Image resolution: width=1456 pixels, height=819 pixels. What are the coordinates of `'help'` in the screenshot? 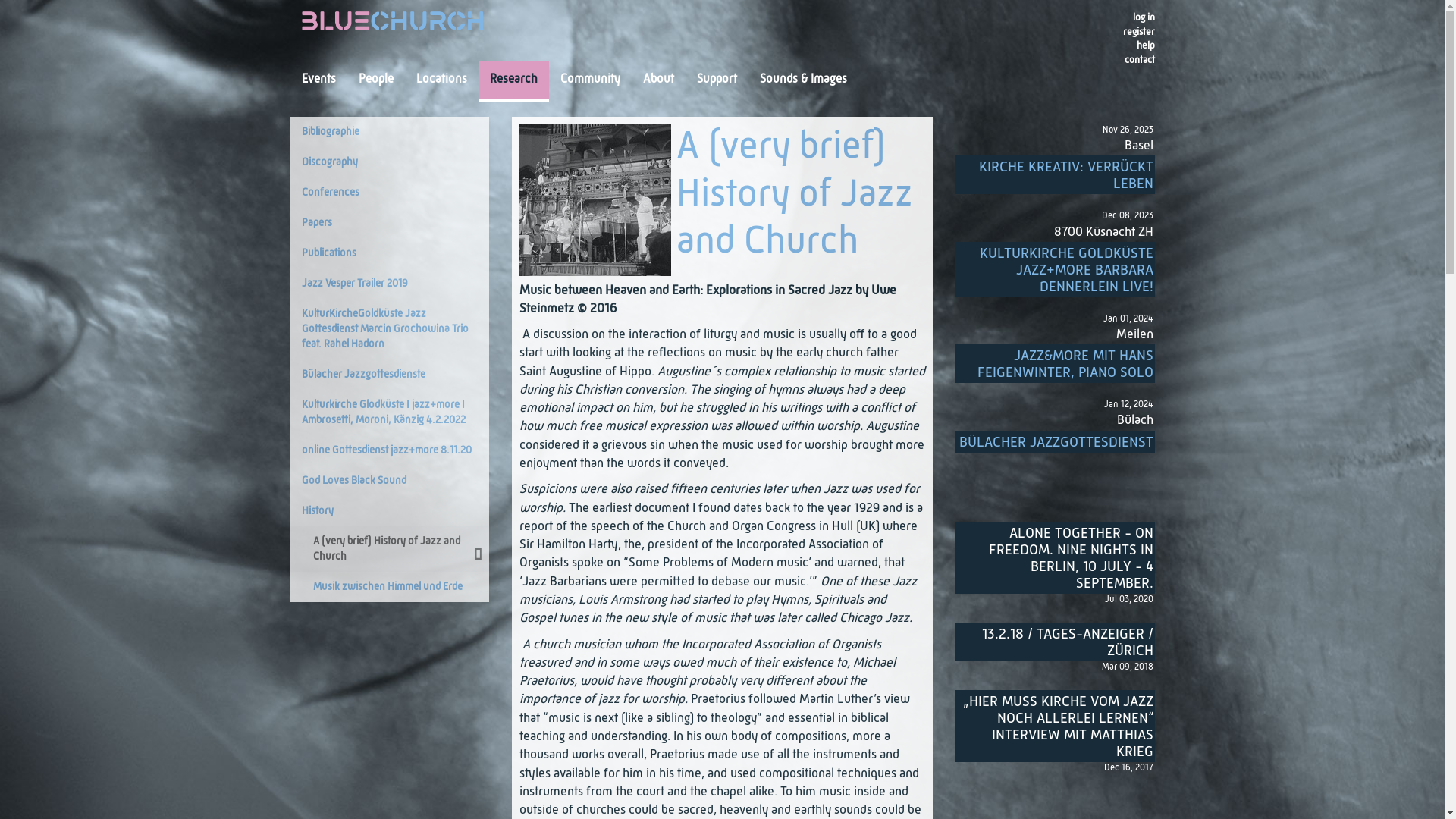 It's located at (1141, 45).